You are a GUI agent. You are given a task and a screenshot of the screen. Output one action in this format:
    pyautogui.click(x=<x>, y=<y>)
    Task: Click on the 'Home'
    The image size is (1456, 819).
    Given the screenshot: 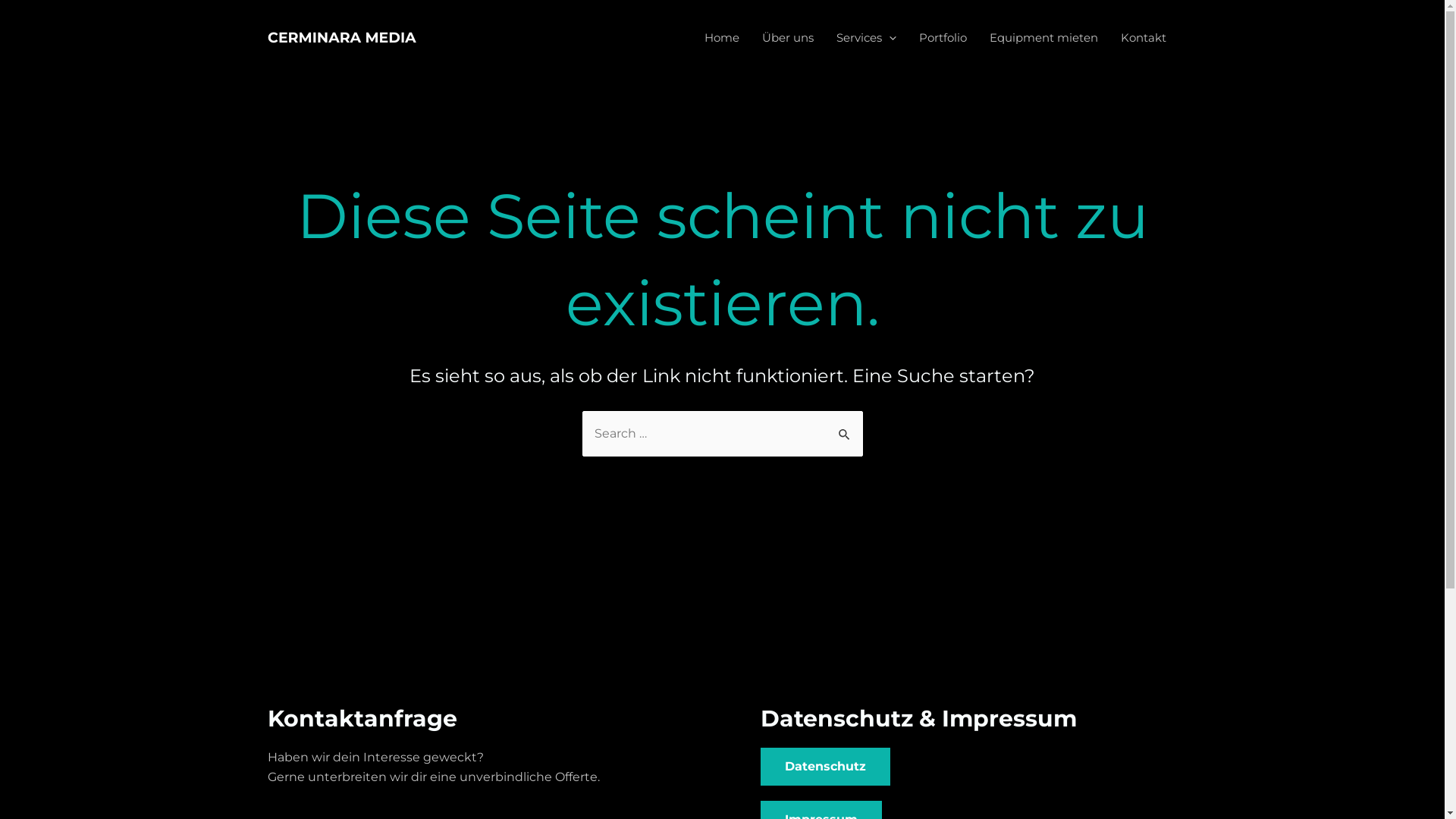 What is the action you would take?
    pyautogui.click(x=720, y=37)
    